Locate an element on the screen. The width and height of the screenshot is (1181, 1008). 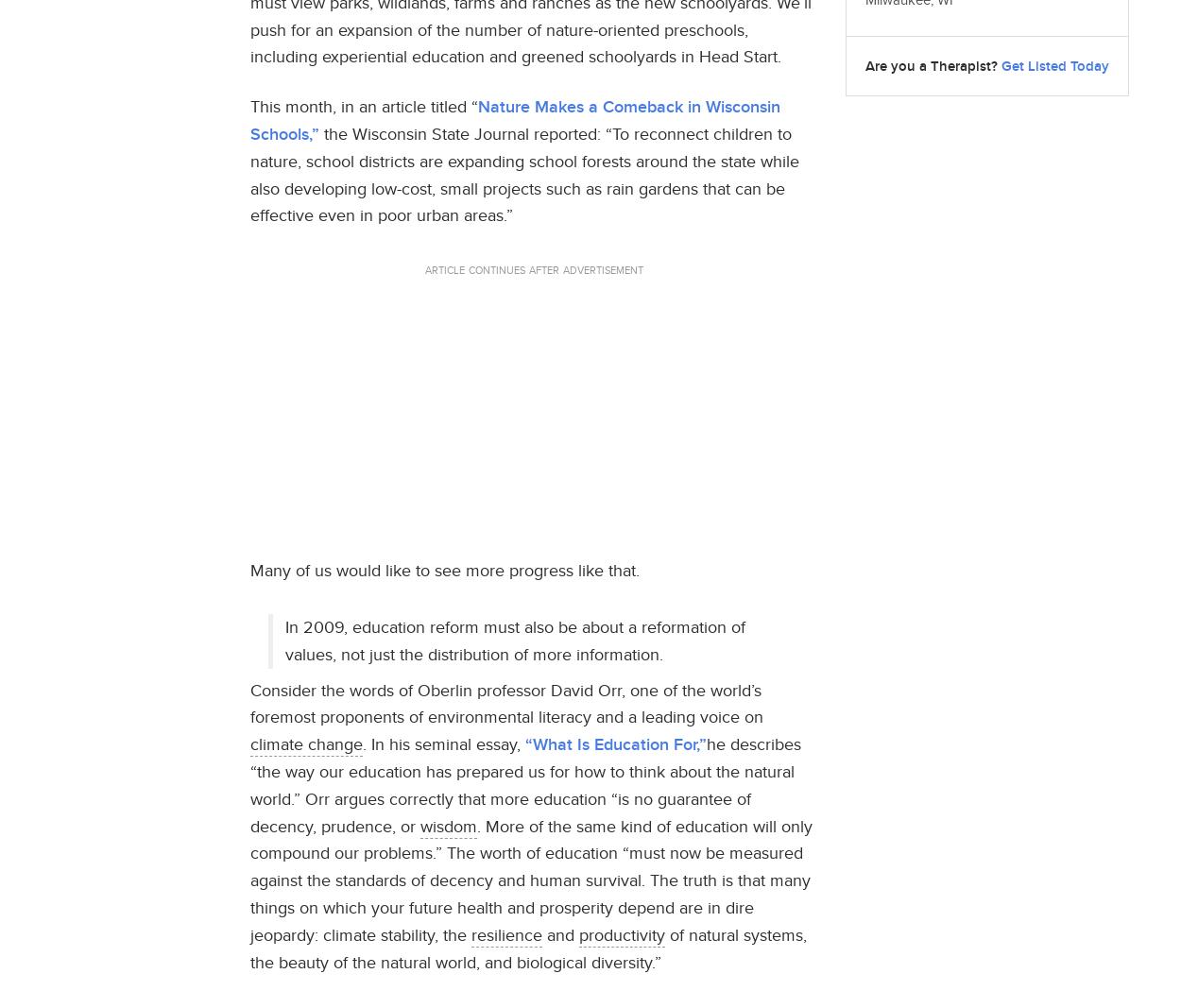
'Are you a Therapist?' is located at coordinates (930, 64).